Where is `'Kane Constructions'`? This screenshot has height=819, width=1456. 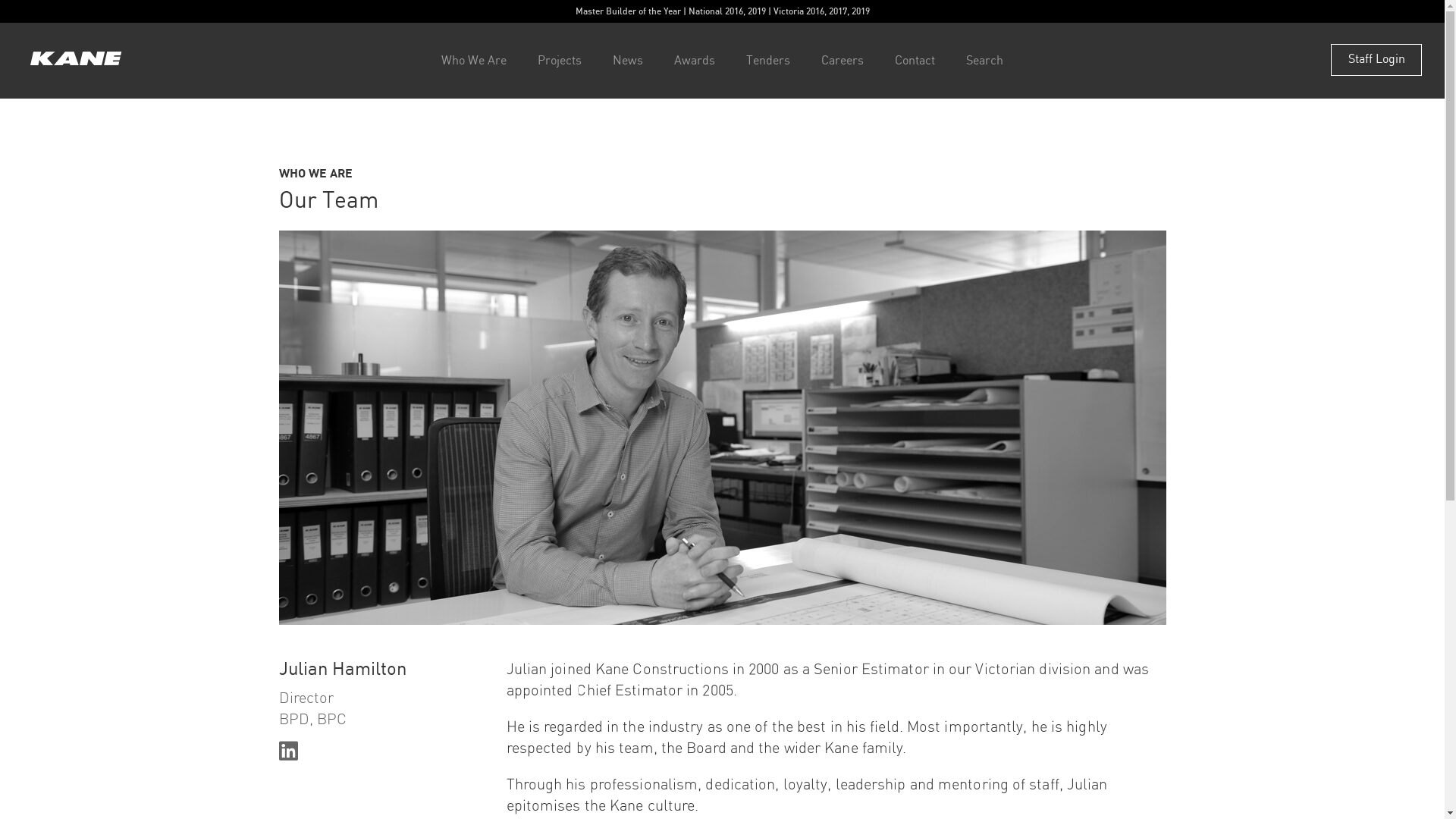 'Kane Constructions' is located at coordinates (75, 59).